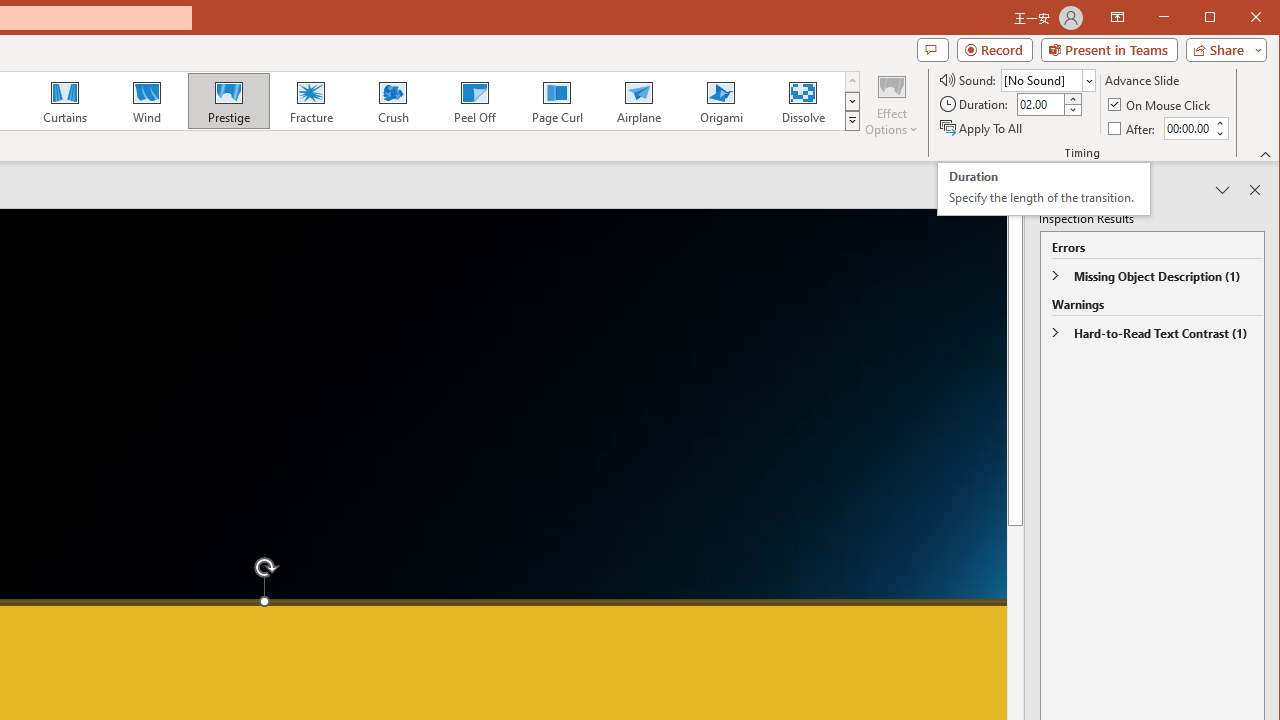 The height and width of the screenshot is (720, 1280). Describe the element at coordinates (392, 100) in the screenshot. I see `'Crush'` at that location.